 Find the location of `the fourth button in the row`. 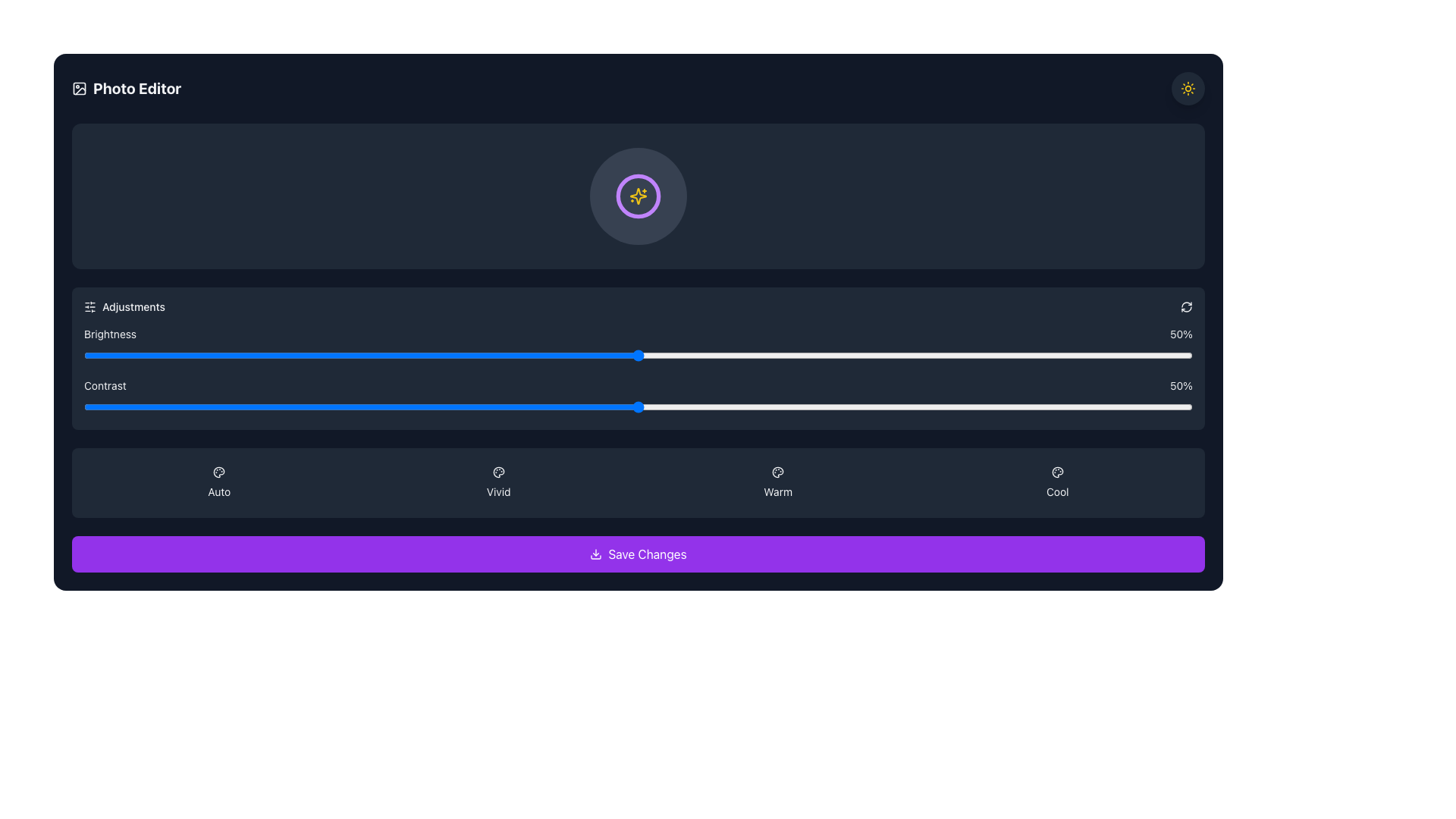

the fourth button in the row is located at coordinates (1056, 482).